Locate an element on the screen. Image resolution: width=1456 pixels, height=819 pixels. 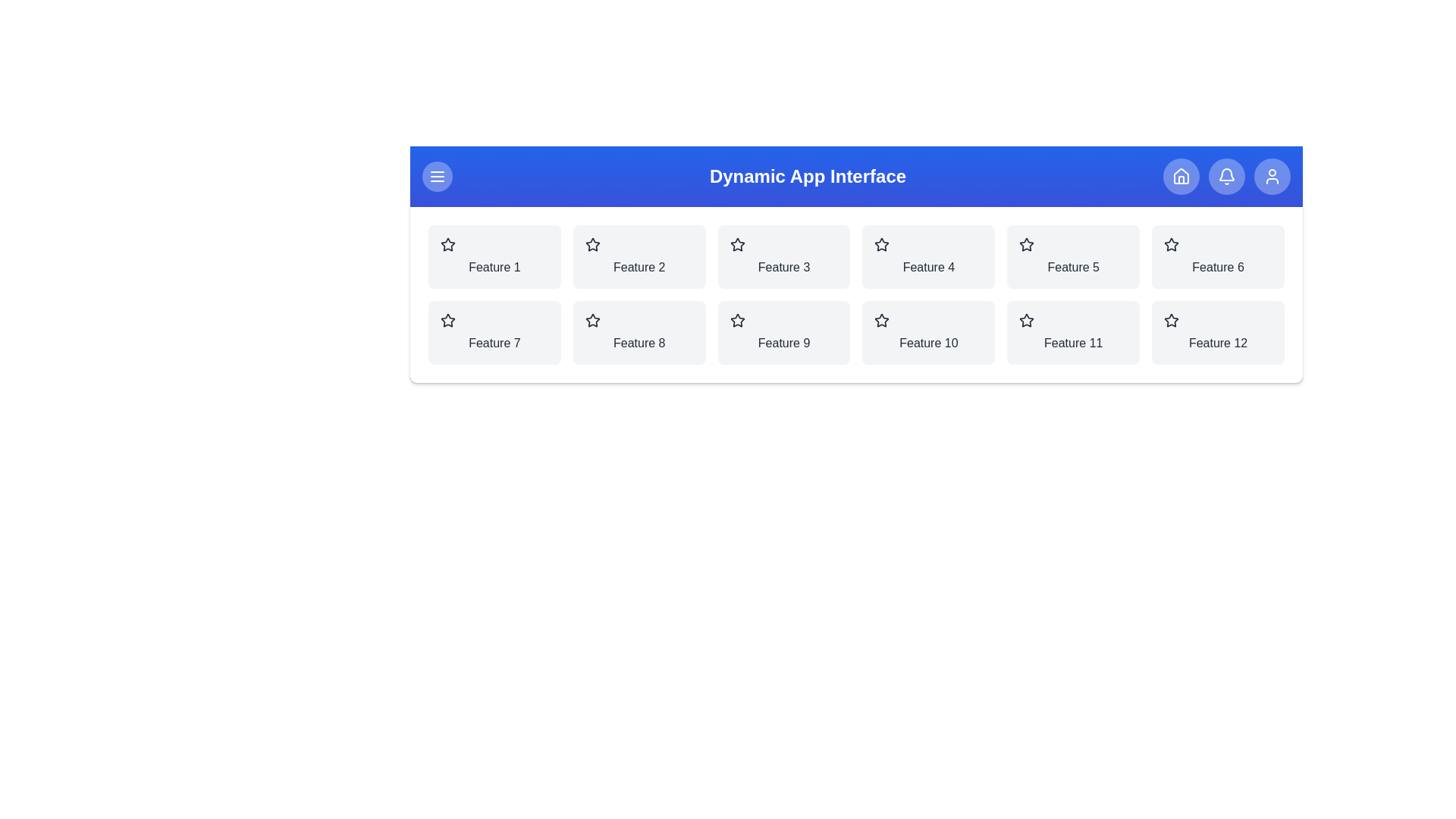
menu button to toggle the menu visibility is located at coordinates (436, 175).